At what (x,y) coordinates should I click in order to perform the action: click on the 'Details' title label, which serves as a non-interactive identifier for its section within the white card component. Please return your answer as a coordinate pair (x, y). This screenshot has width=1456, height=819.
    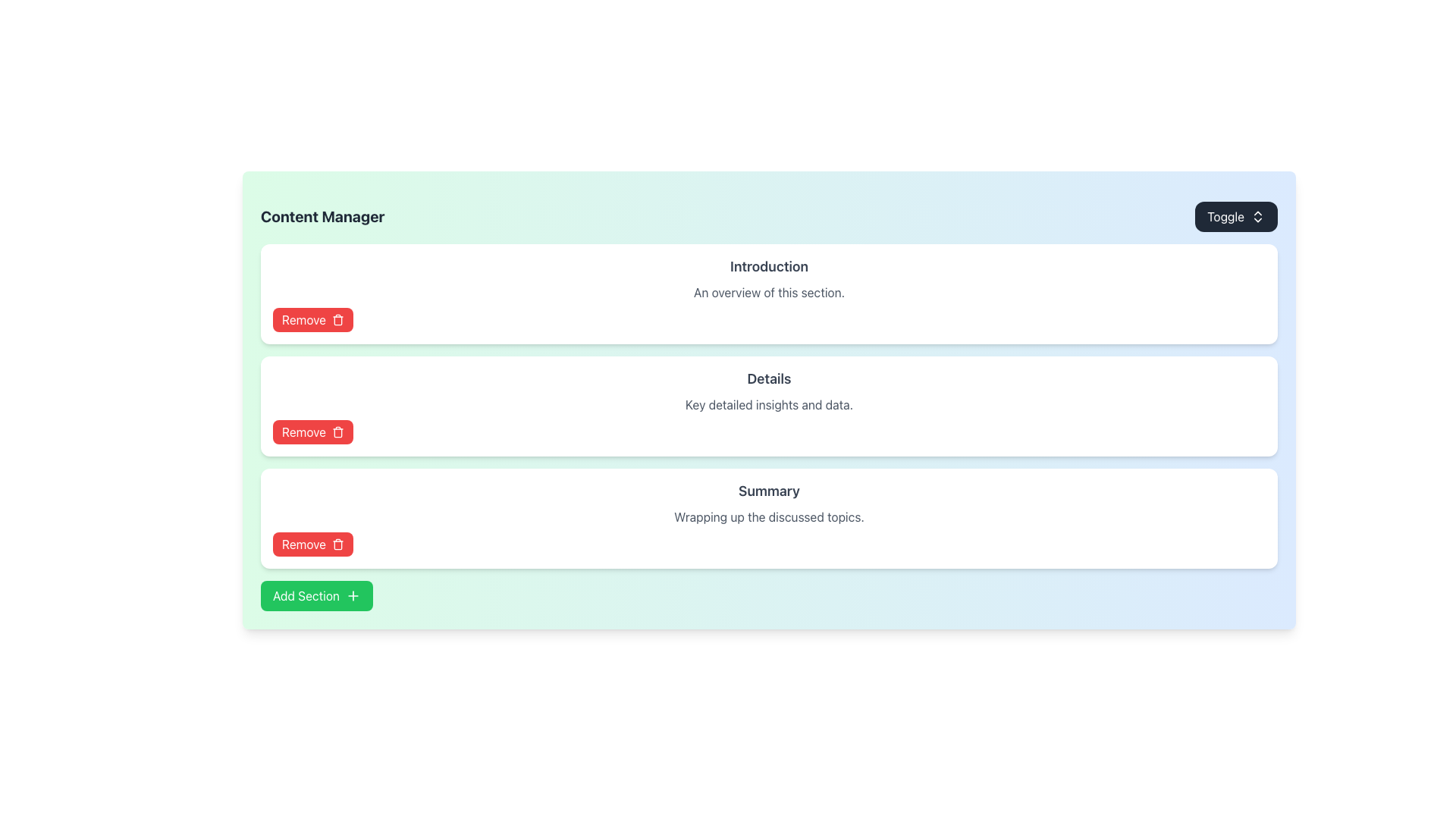
    Looking at the image, I should click on (769, 378).